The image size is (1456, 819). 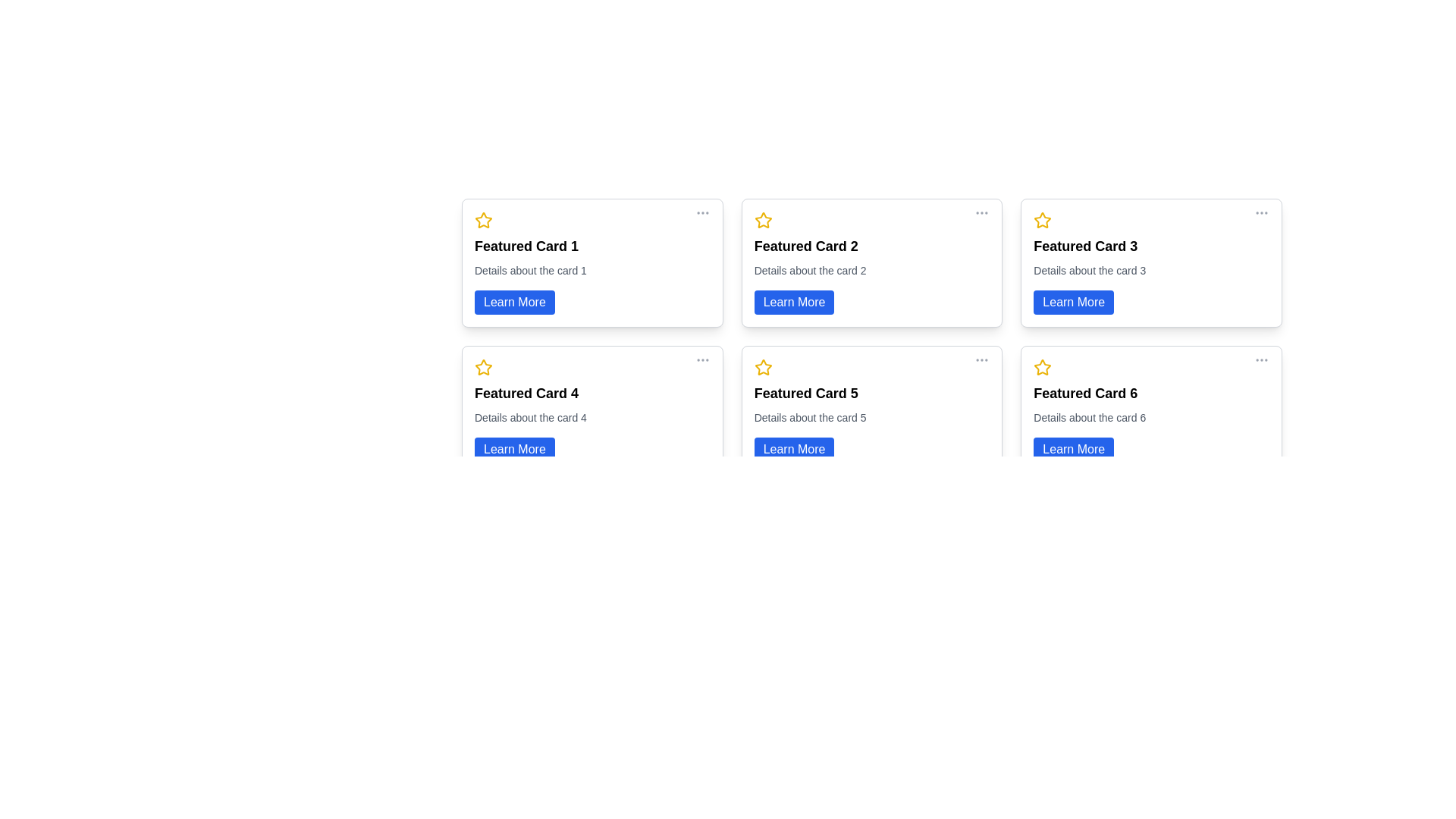 I want to click on bold text labeled 'Featured Card 6', which is the title of the rightmost card in the bottom row of the grid layout, so click(x=1084, y=393).